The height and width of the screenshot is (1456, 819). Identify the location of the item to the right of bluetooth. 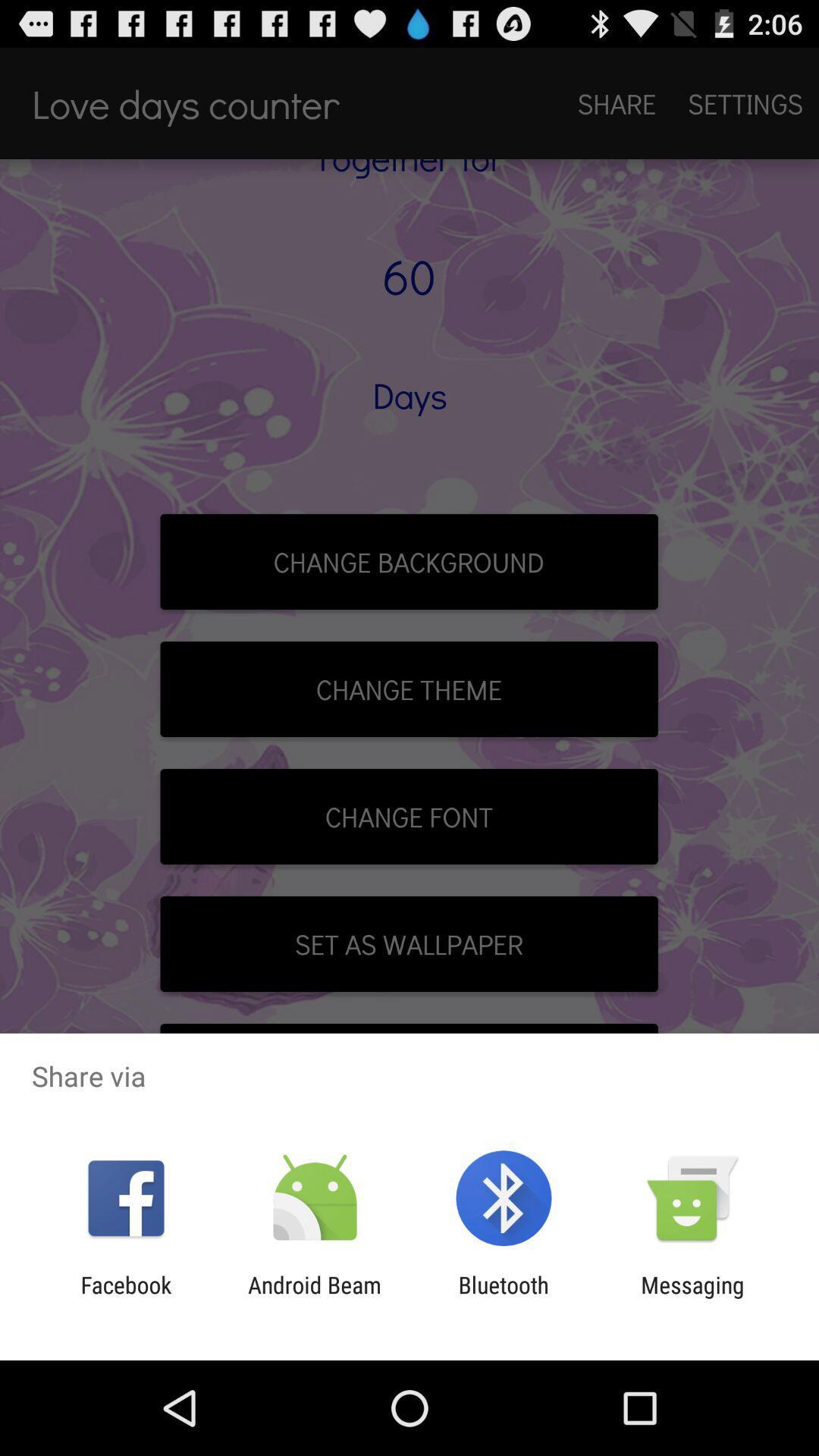
(692, 1298).